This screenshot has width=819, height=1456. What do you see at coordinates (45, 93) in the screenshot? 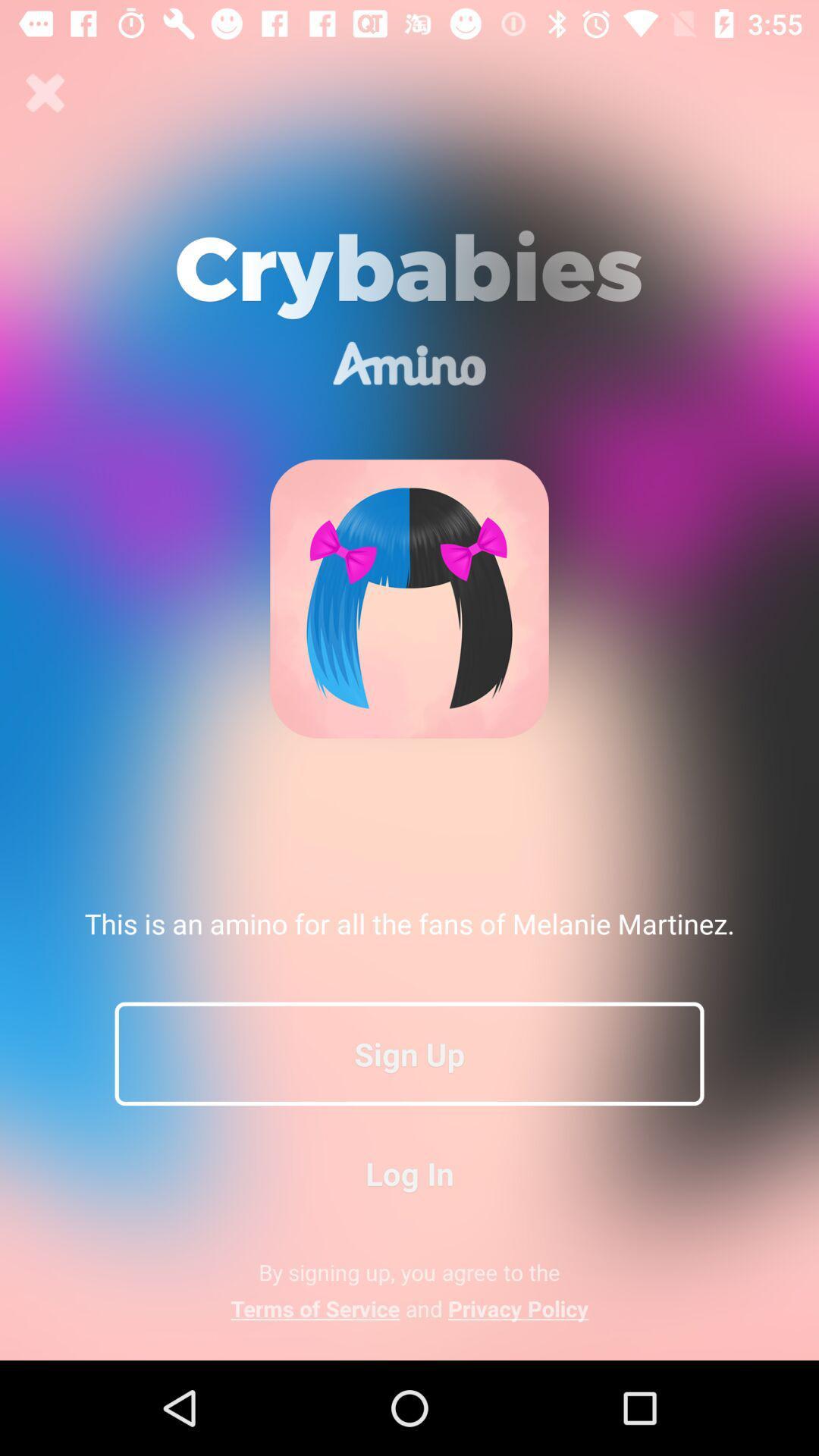
I see `the item above this is an app` at bounding box center [45, 93].